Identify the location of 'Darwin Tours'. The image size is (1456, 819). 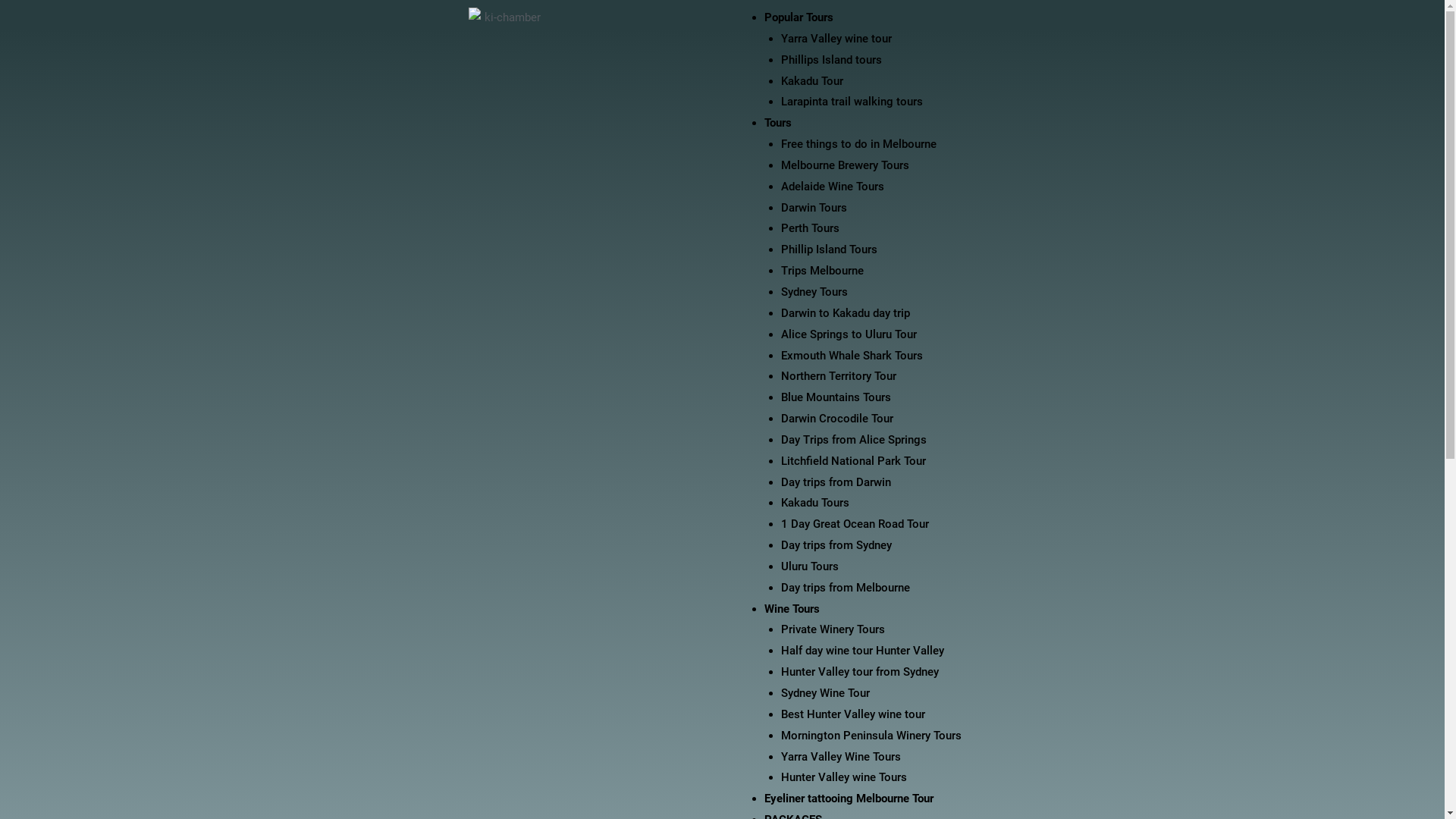
(781, 207).